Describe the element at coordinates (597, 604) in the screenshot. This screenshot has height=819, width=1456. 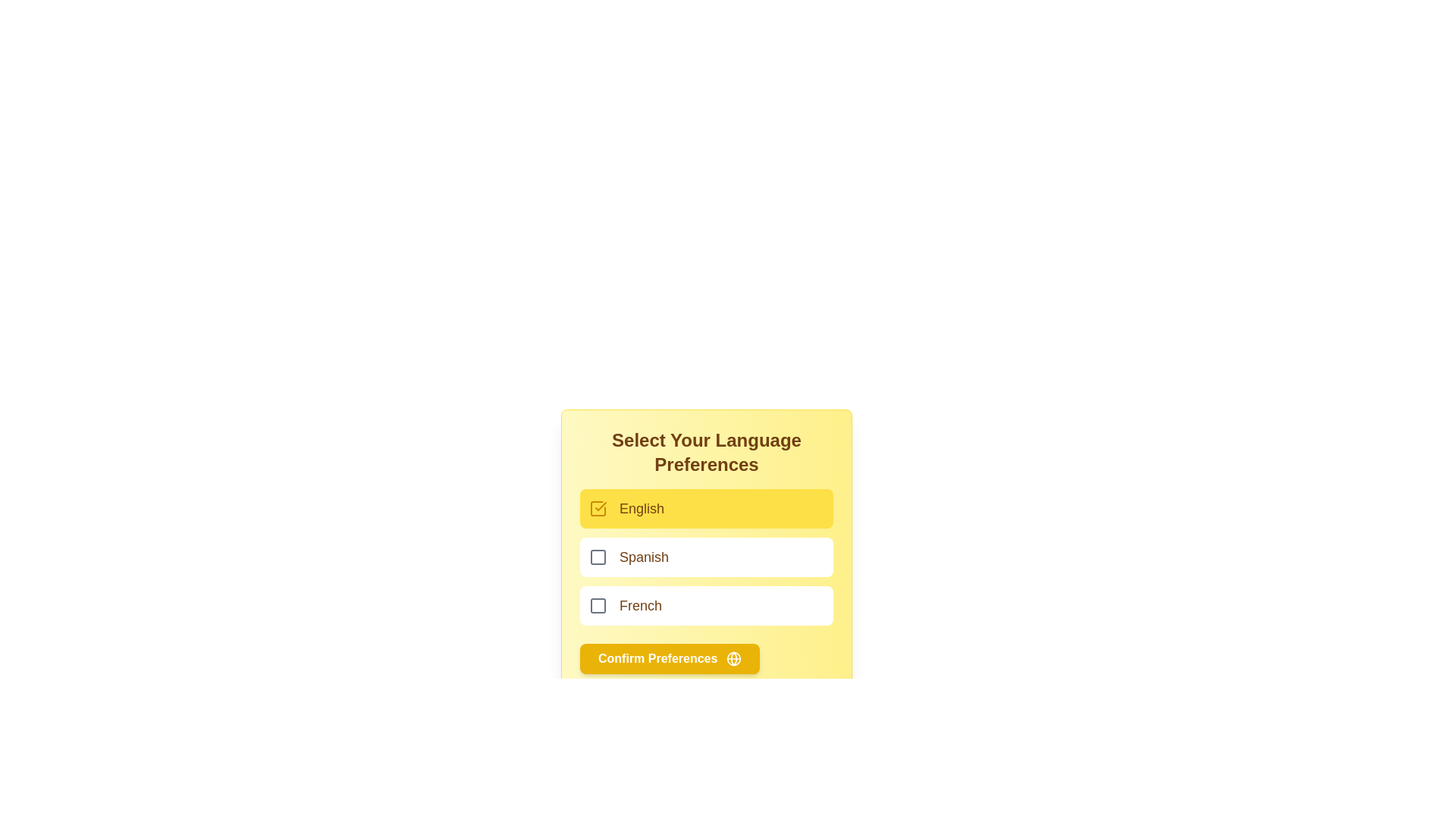
I see `the 'French' language checkbox located at the bottom section of the language selection list` at that location.